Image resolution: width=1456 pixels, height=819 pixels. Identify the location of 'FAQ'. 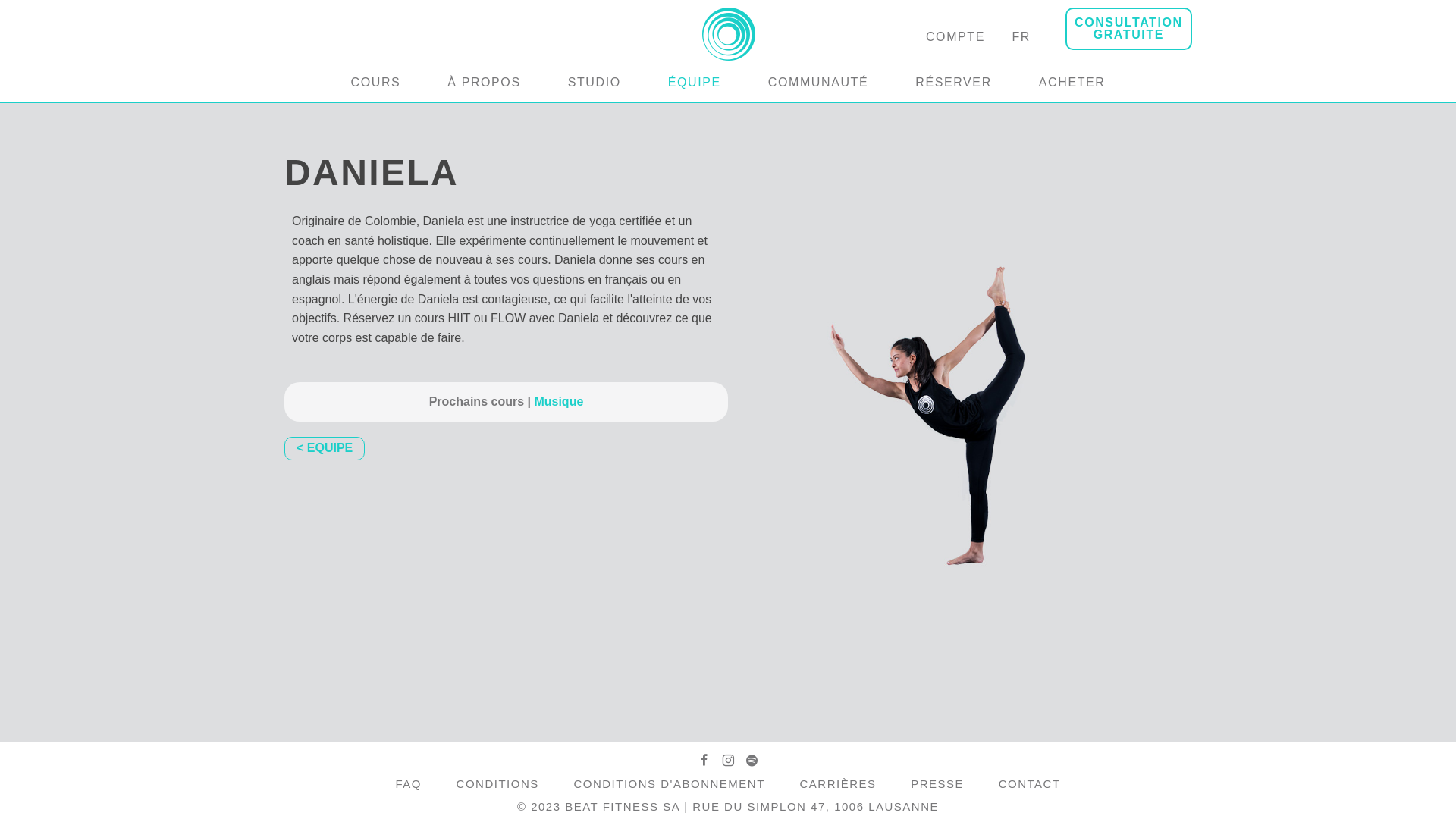
(408, 783).